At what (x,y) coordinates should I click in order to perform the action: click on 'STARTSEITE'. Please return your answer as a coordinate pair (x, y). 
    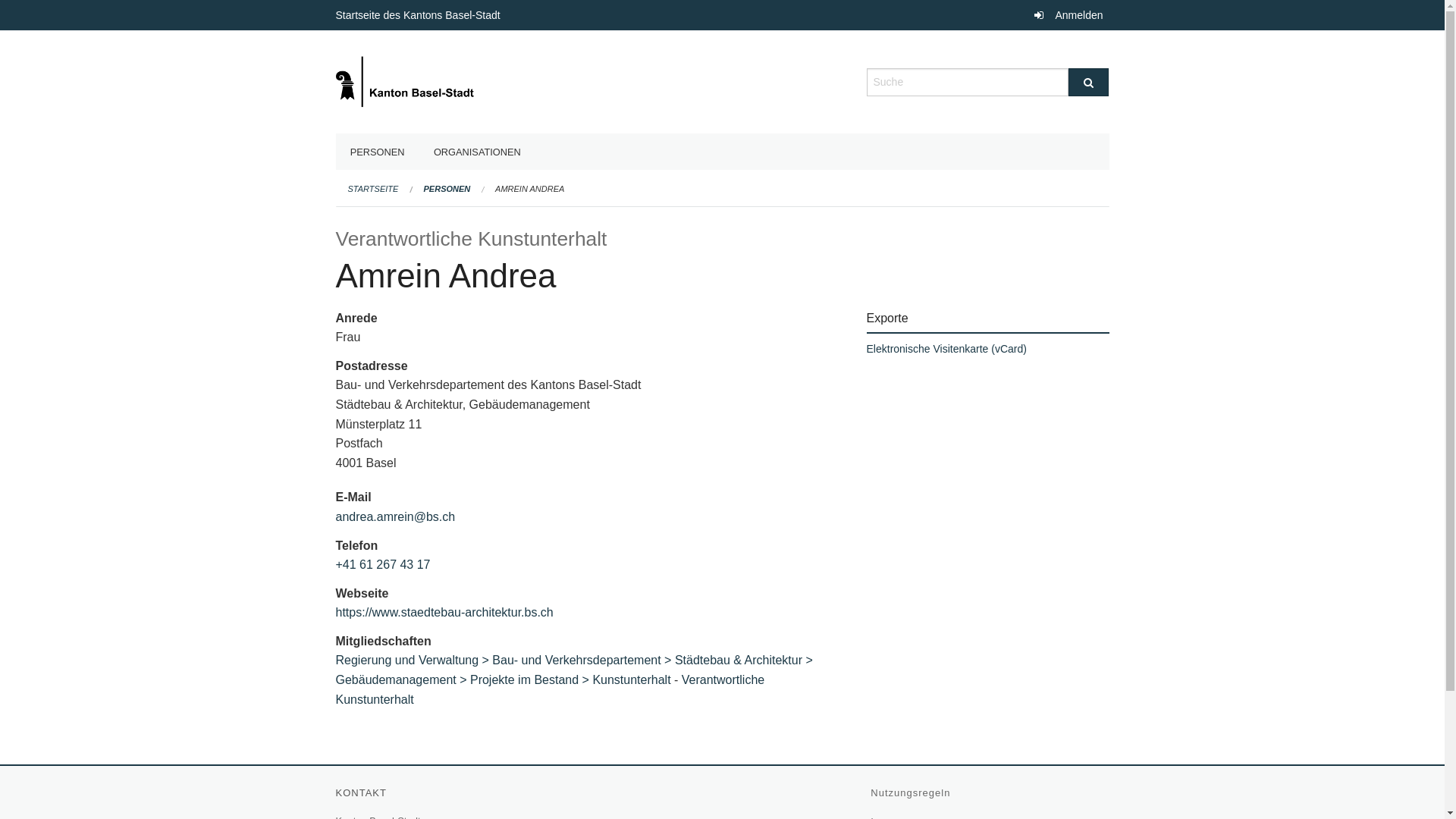
    Looking at the image, I should click on (372, 188).